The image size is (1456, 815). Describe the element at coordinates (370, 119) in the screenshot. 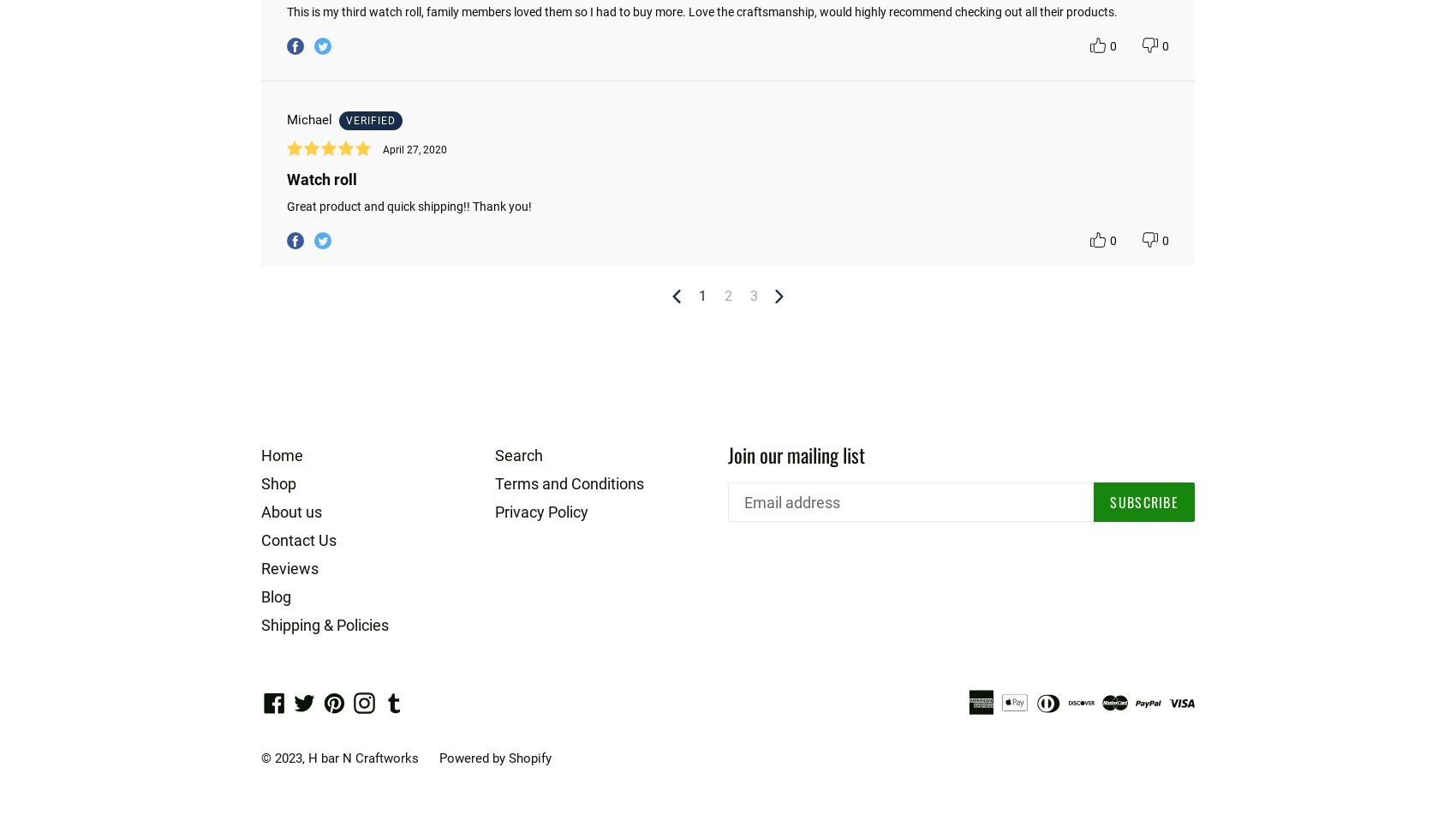

I see `'Verified'` at that location.